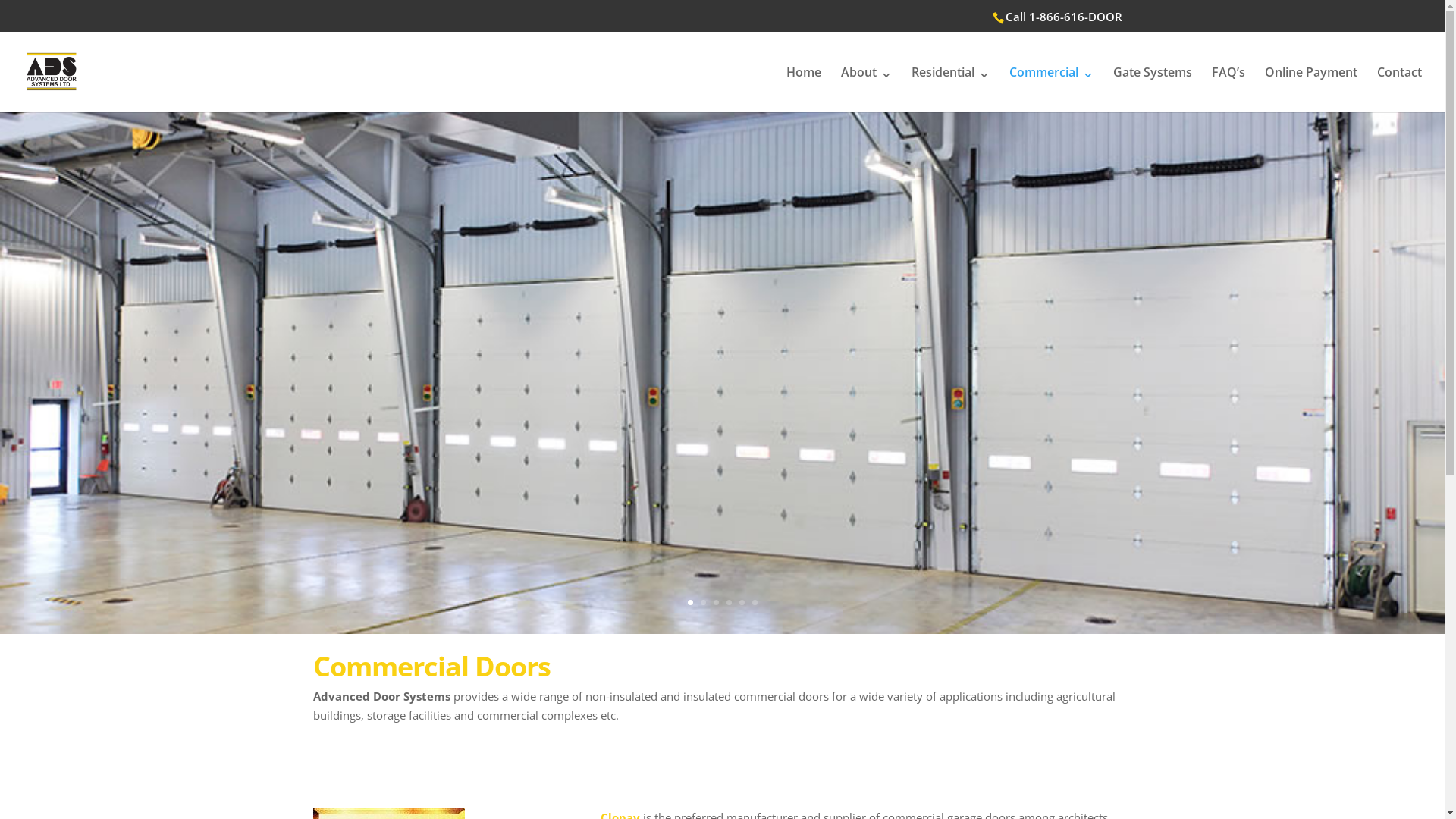 This screenshot has width=1456, height=819. What do you see at coordinates (839, 89) in the screenshot?
I see `'About'` at bounding box center [839, 89].